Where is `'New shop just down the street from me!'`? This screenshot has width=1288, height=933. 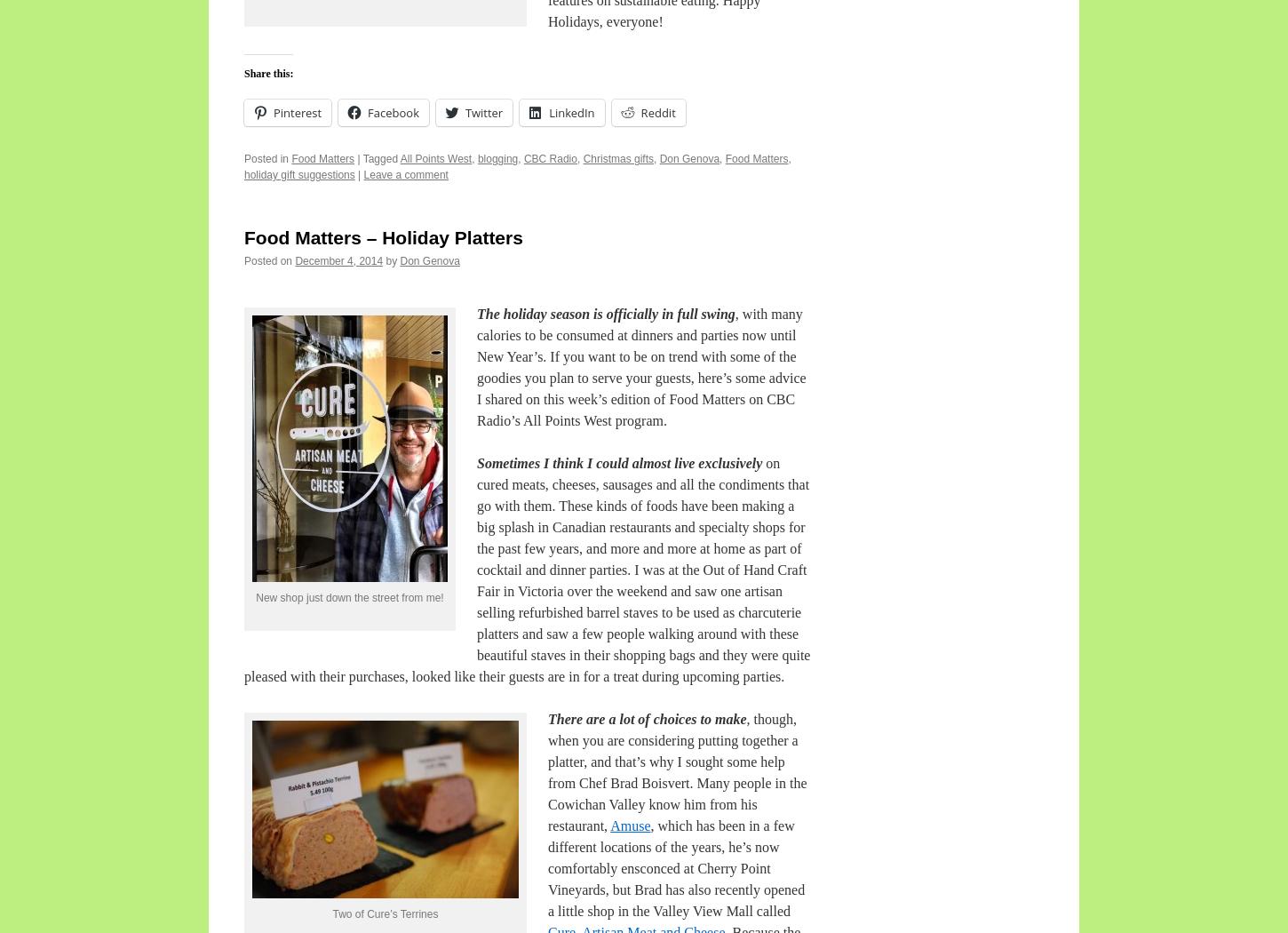
'New shop just down the street from me!' is located at coordinates (348, 596).